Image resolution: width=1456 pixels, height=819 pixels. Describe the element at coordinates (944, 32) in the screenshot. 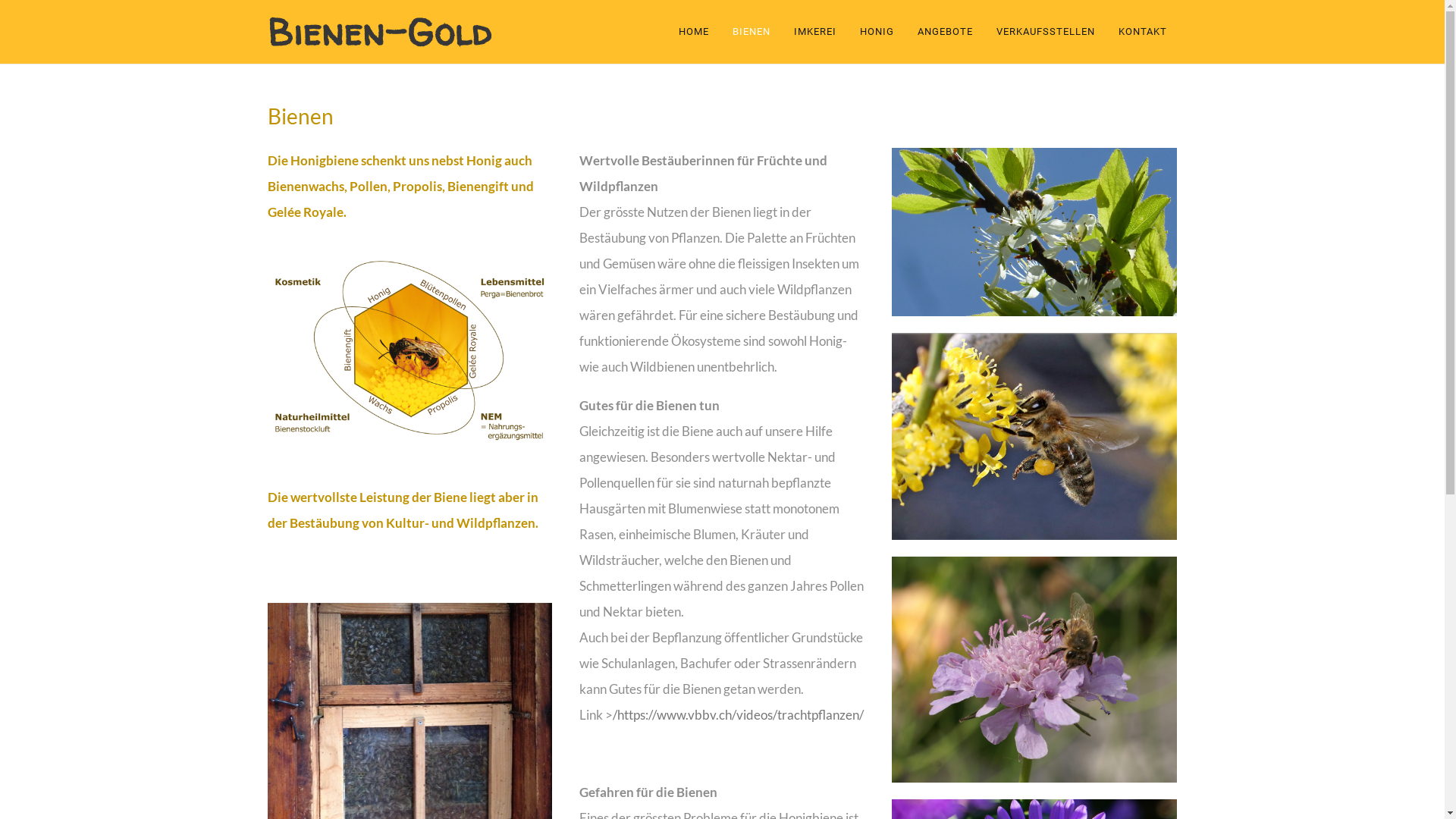

I see `'ANGEBOTE'` at that location.